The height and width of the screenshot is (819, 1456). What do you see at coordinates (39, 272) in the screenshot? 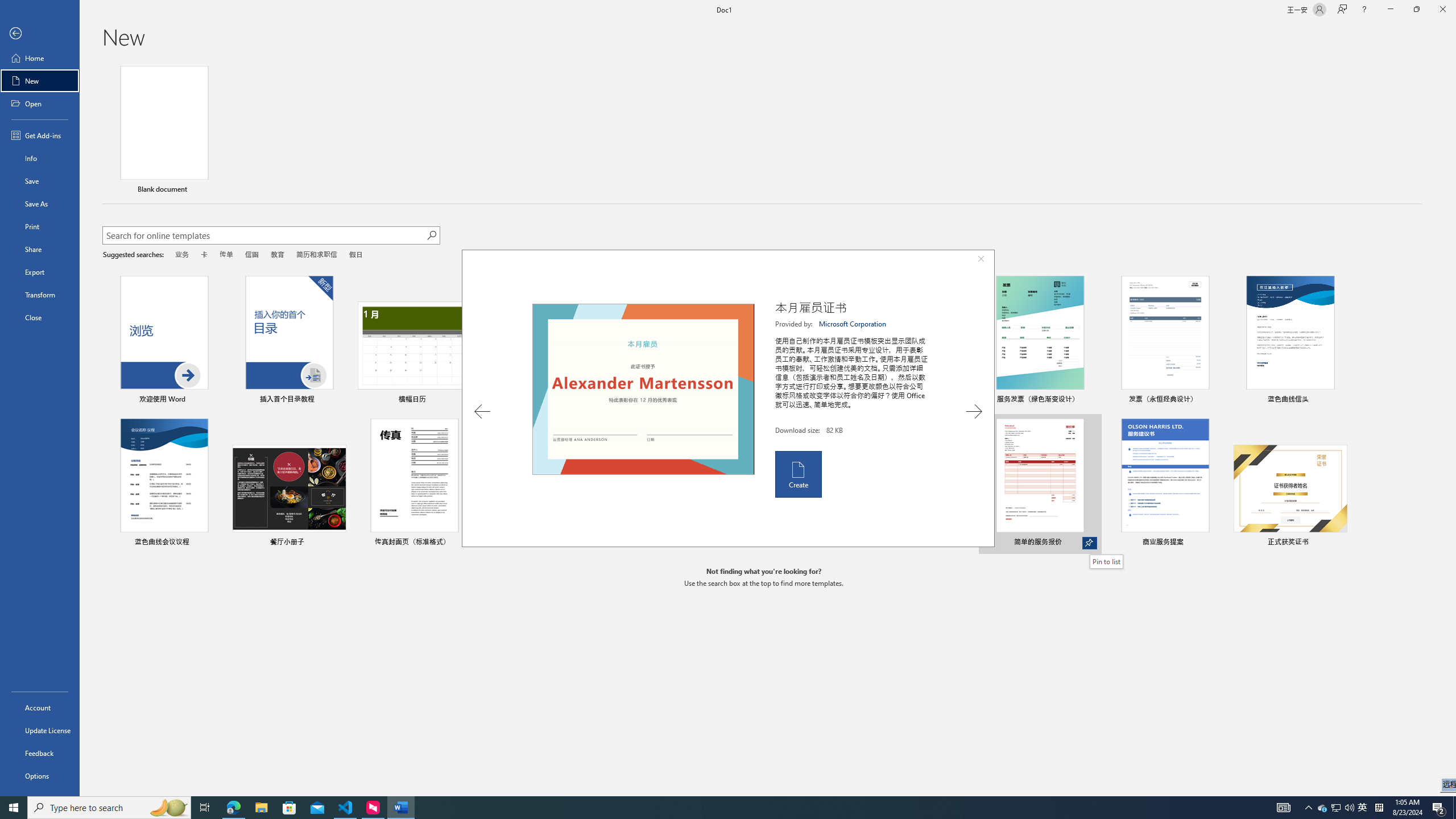
I see `'Export'` at bounding box center [39, 272].